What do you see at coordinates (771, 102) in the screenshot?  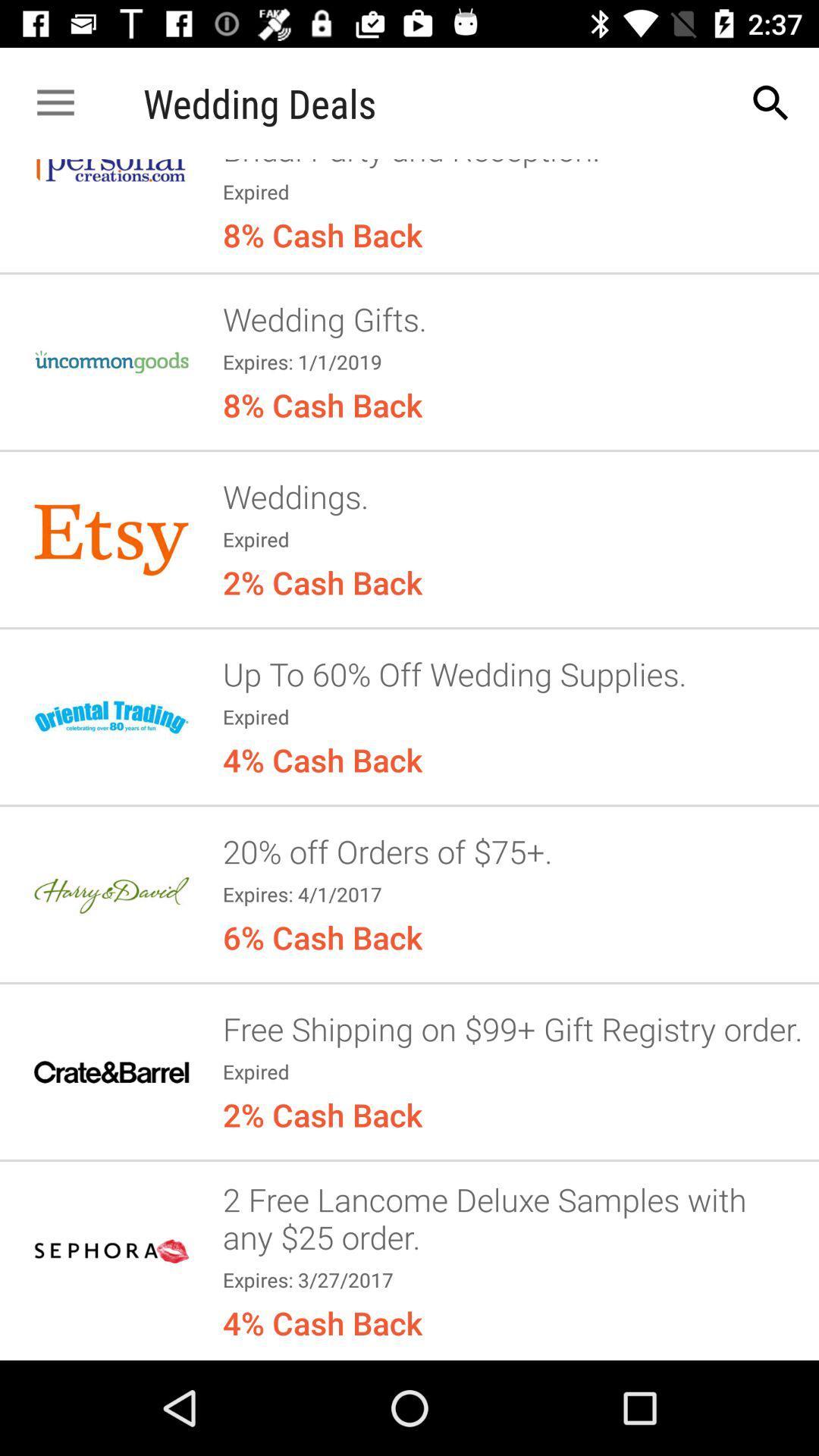 I see `the icon above the custom wedding gifts item` at bounding box center [771, 102].